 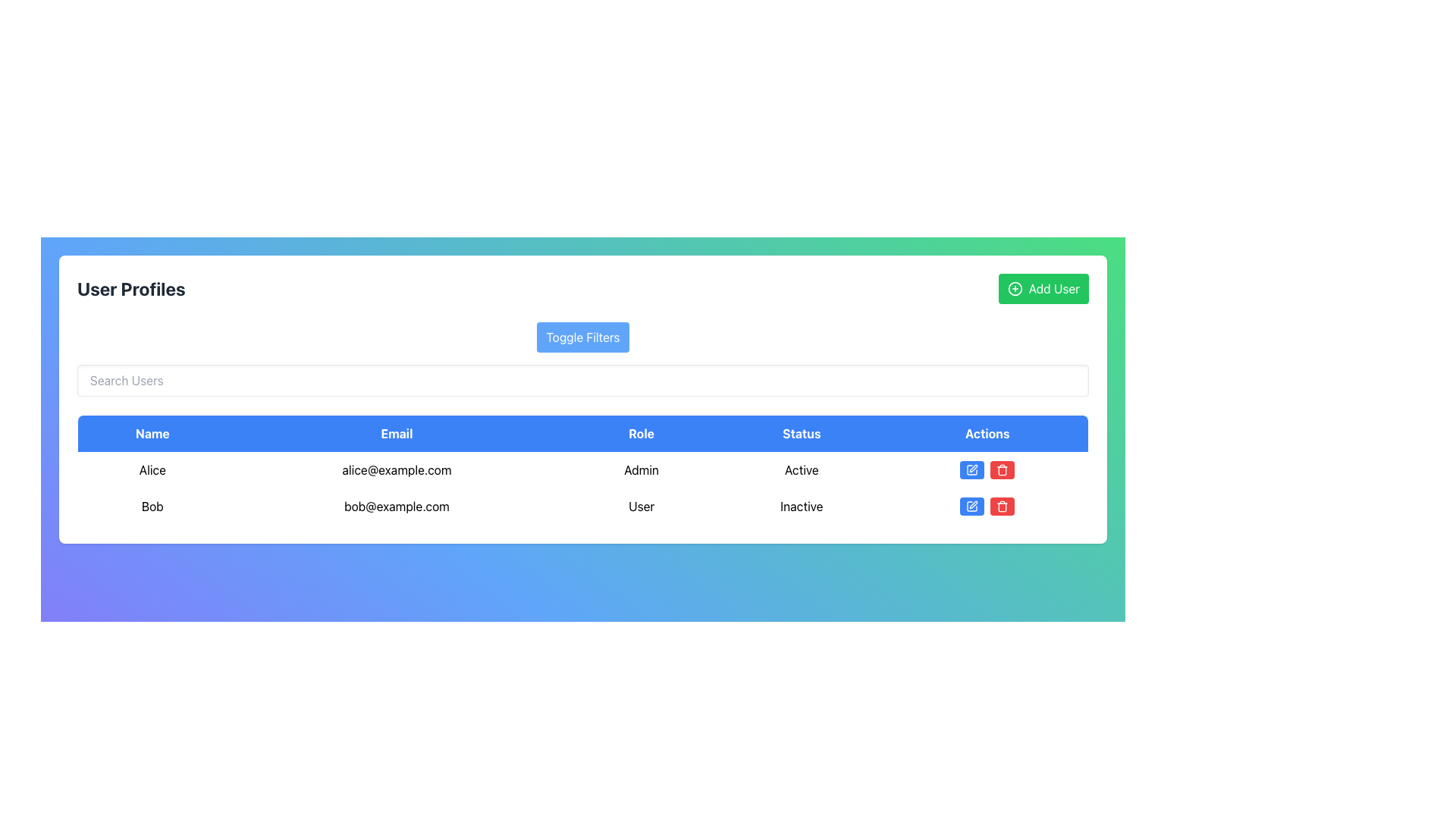 What do you see at coordinates (974, 505) in the screenshot?
I see `the edit action icon, which is a small pen-shaped icon located in the 'Actions' column of the user profile table, corresponding to the first entry for Alice` at bounding box center [974, 505].